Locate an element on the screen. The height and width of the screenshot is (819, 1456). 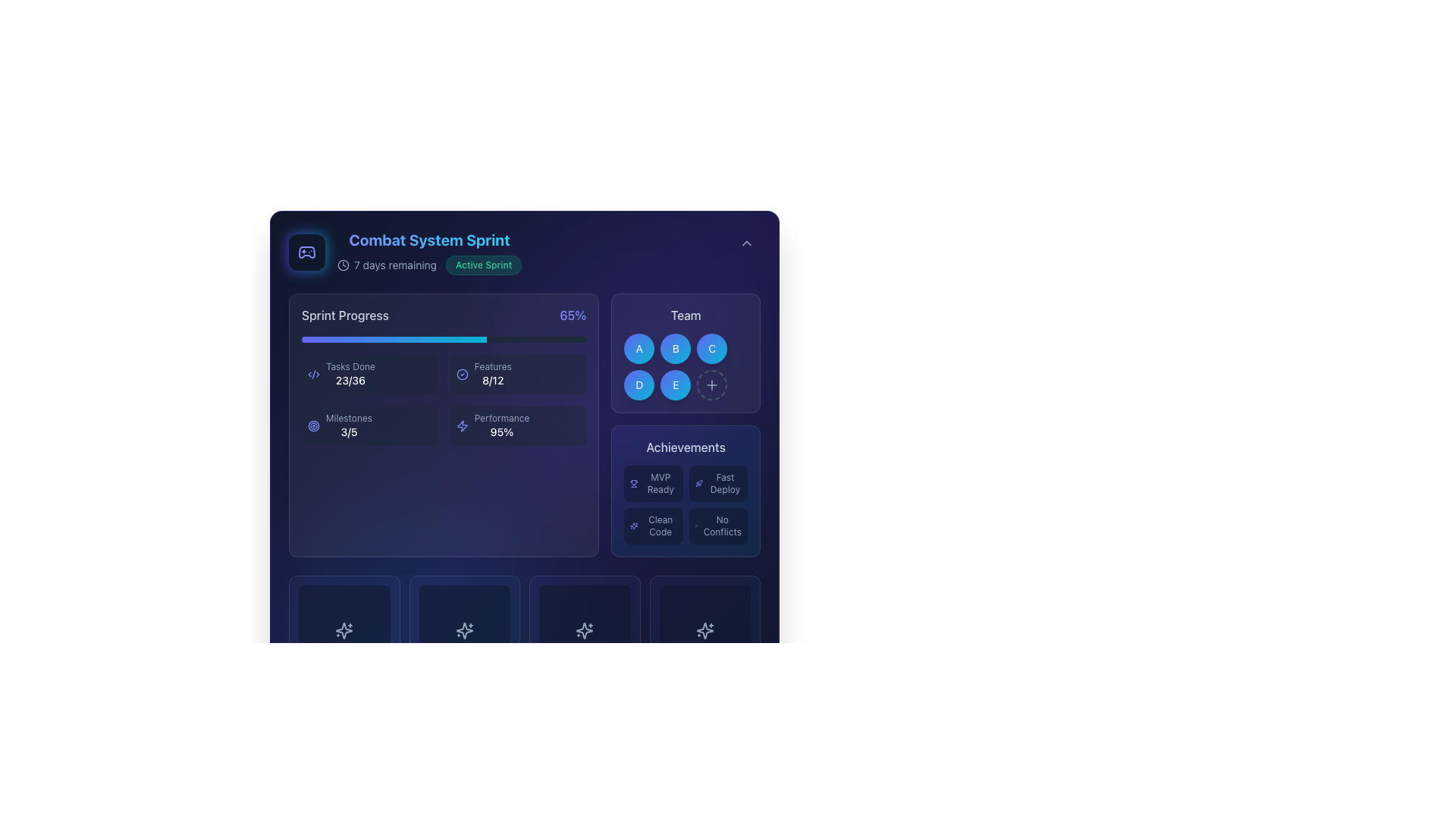
the circular button representing the first team member in the top-left corner of the 'Team' layout group is located at coordinates (639, 348).